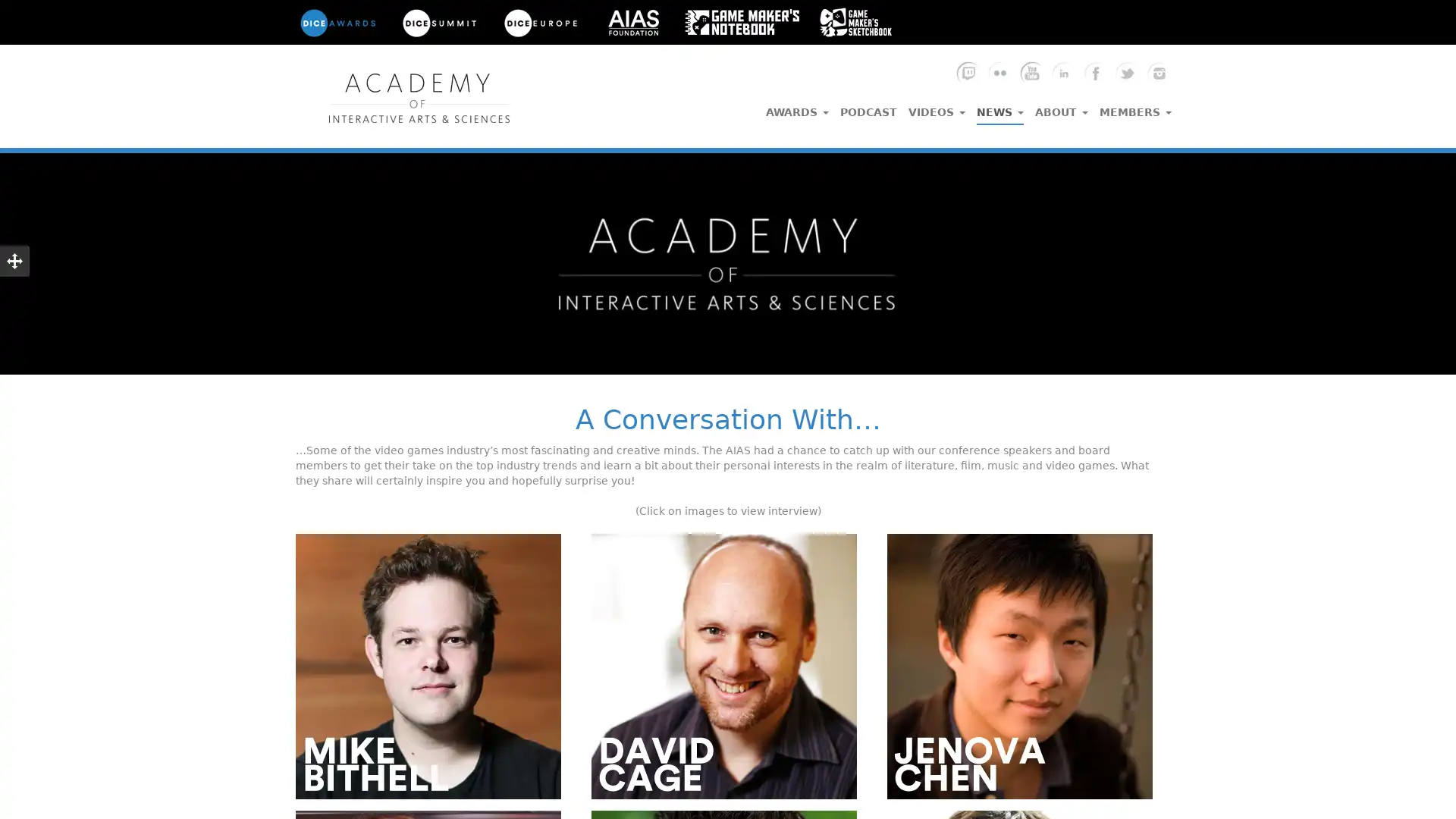 The height and width of the screenshot is (819, 1456). Describe the element at coordinates (796, 107) in the screenshot. I see `AWARDS` at that location.